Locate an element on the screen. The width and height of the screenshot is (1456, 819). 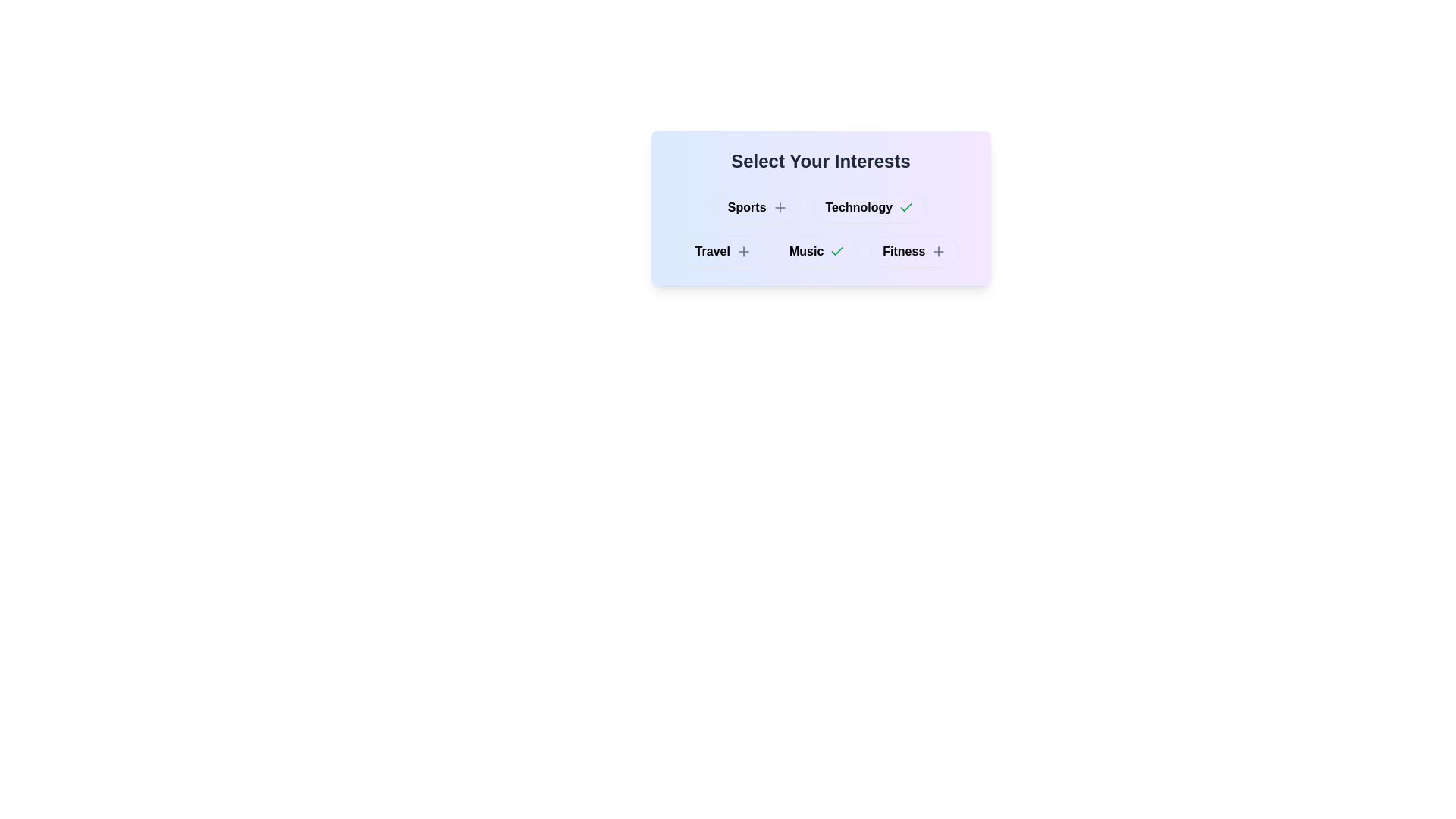
the interest category Music by clicking its button is located at coordinates (817, 250).